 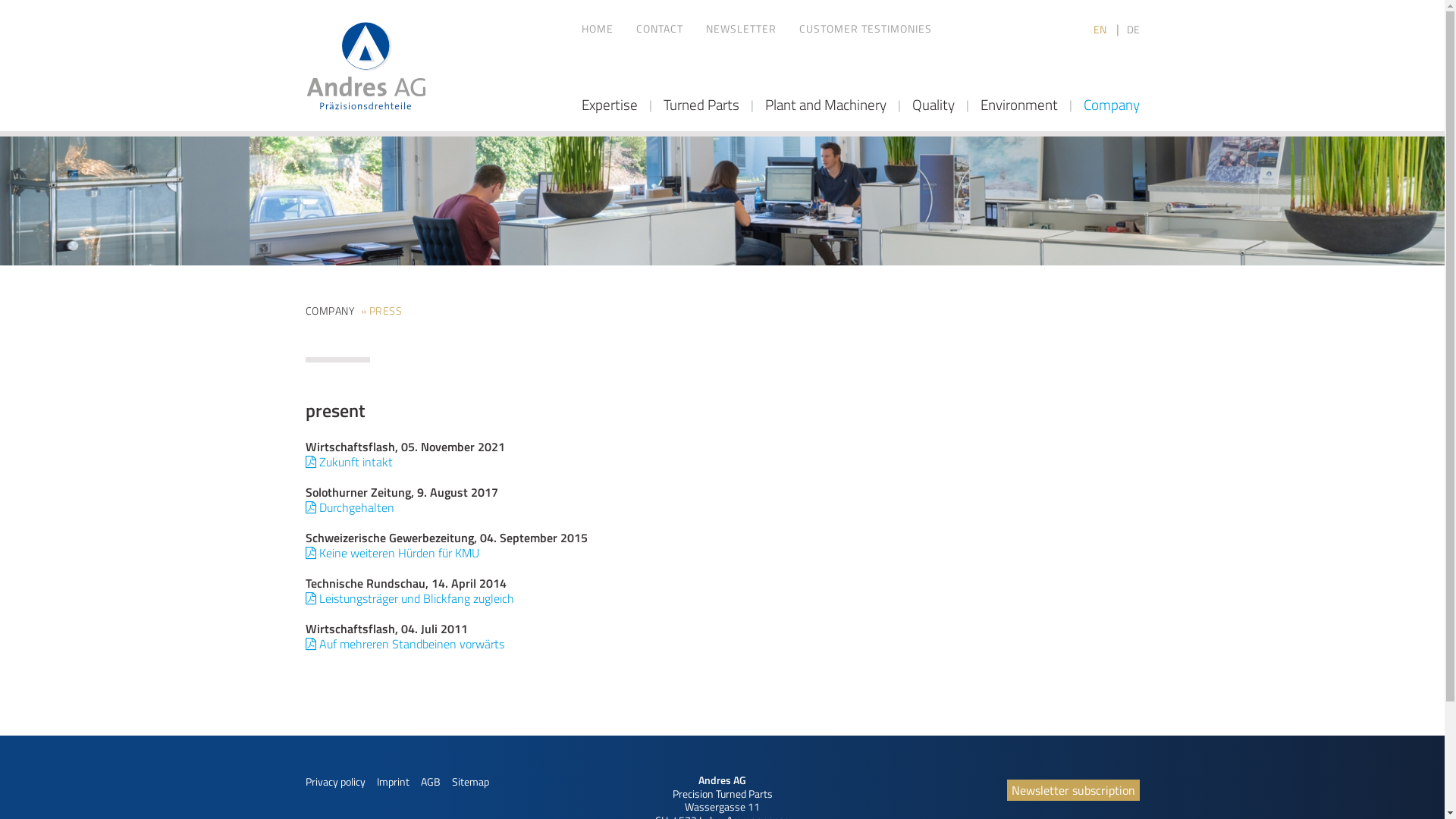 What do you see at coordinates (304, 781) in the screenshot?
I see `'Privacy policy'` at bounding box center [304, 781].